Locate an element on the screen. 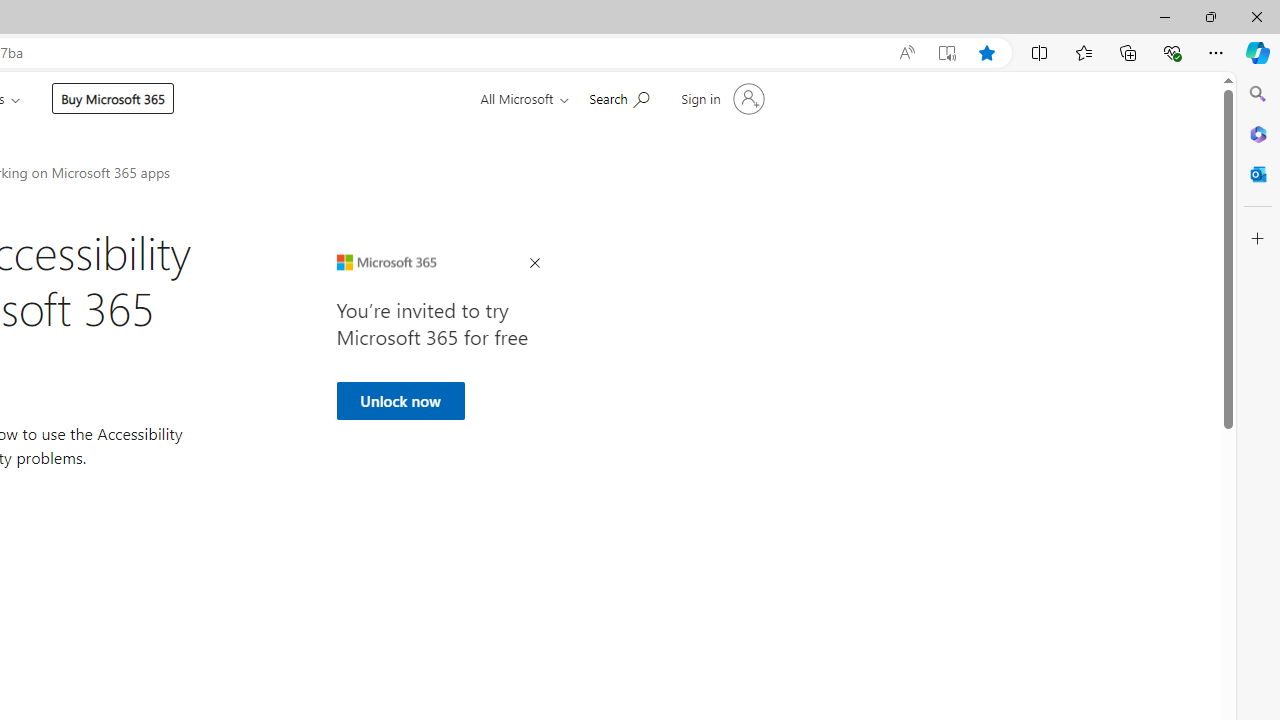  'Close Ad' is located at coordinates (534, 263).